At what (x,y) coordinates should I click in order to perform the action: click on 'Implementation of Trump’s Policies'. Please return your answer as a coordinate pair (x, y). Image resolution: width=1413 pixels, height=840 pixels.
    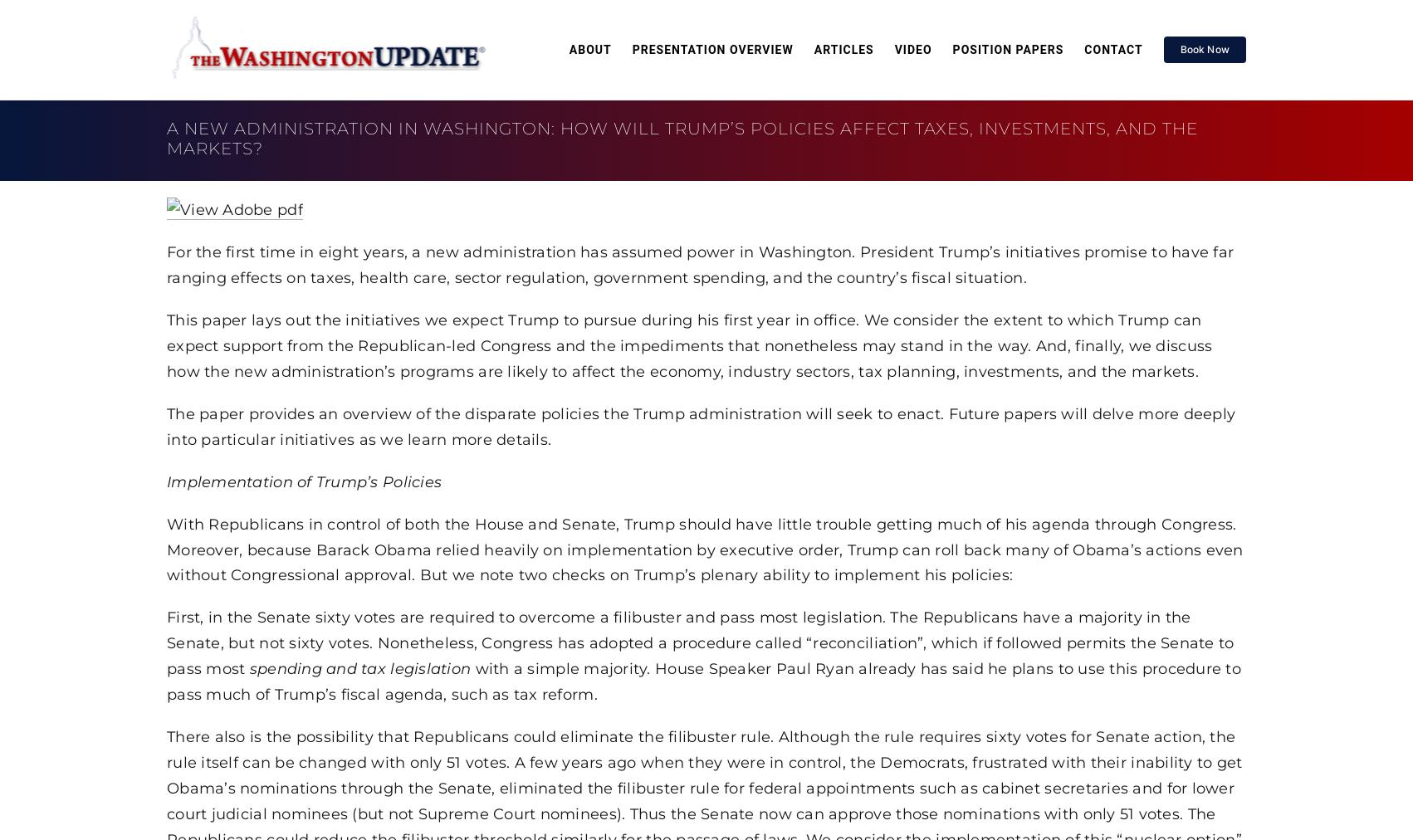
    Looking at the image, I should click on (166, 479).